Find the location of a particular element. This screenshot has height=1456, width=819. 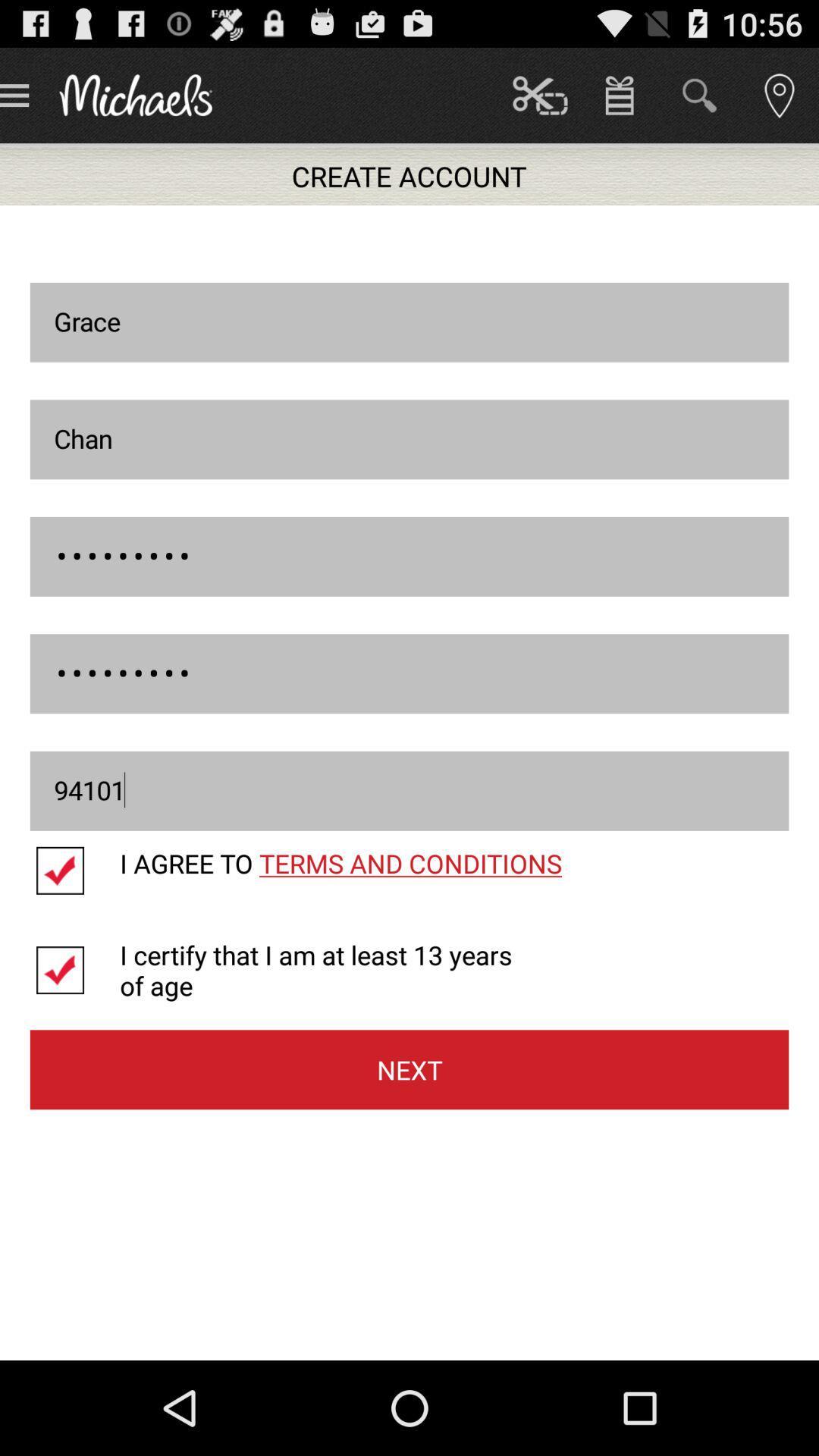

agreement to terms and conditions is located at coordinates (75, 871).